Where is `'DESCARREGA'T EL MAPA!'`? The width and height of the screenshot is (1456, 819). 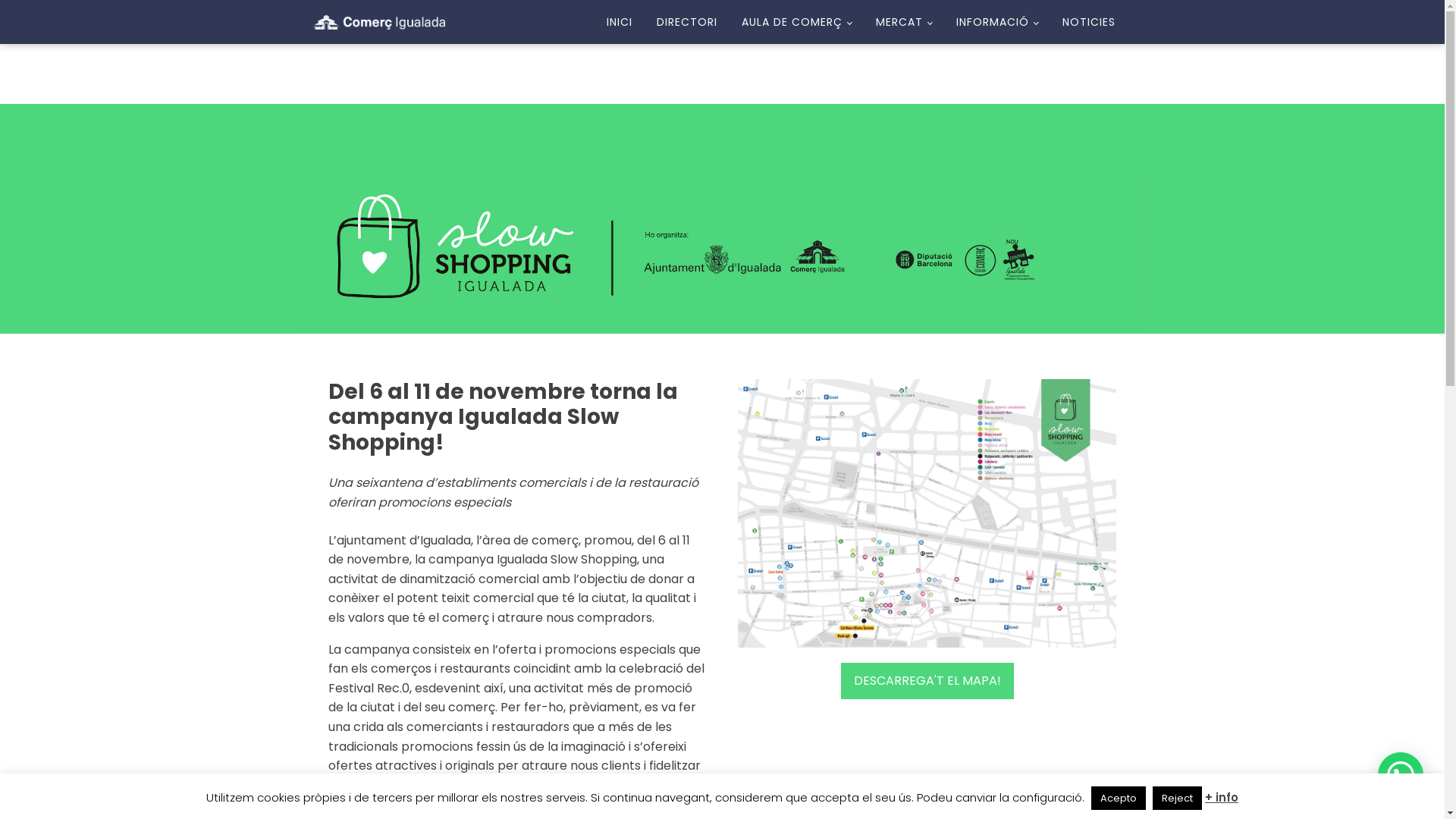 'DESCARREGA'T EL MAPA!' is located at coordinates (926, 680).